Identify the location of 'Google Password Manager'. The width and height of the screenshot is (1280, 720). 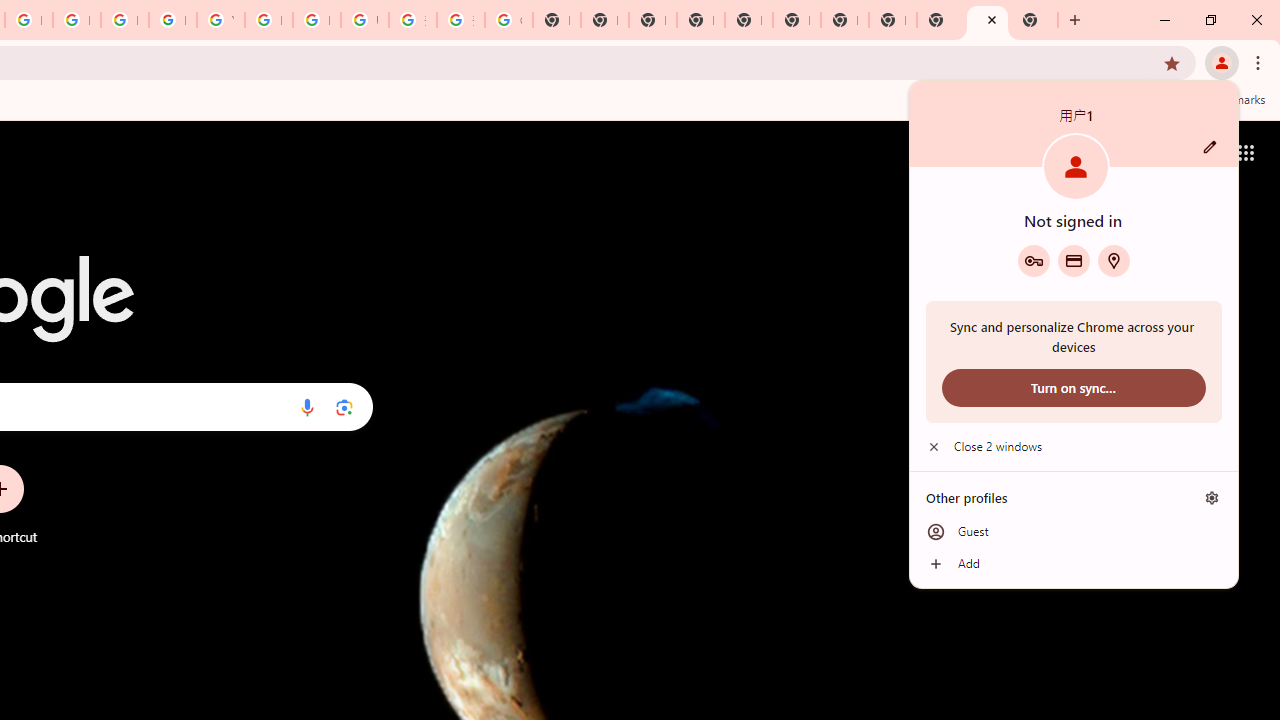
(1033, 260).